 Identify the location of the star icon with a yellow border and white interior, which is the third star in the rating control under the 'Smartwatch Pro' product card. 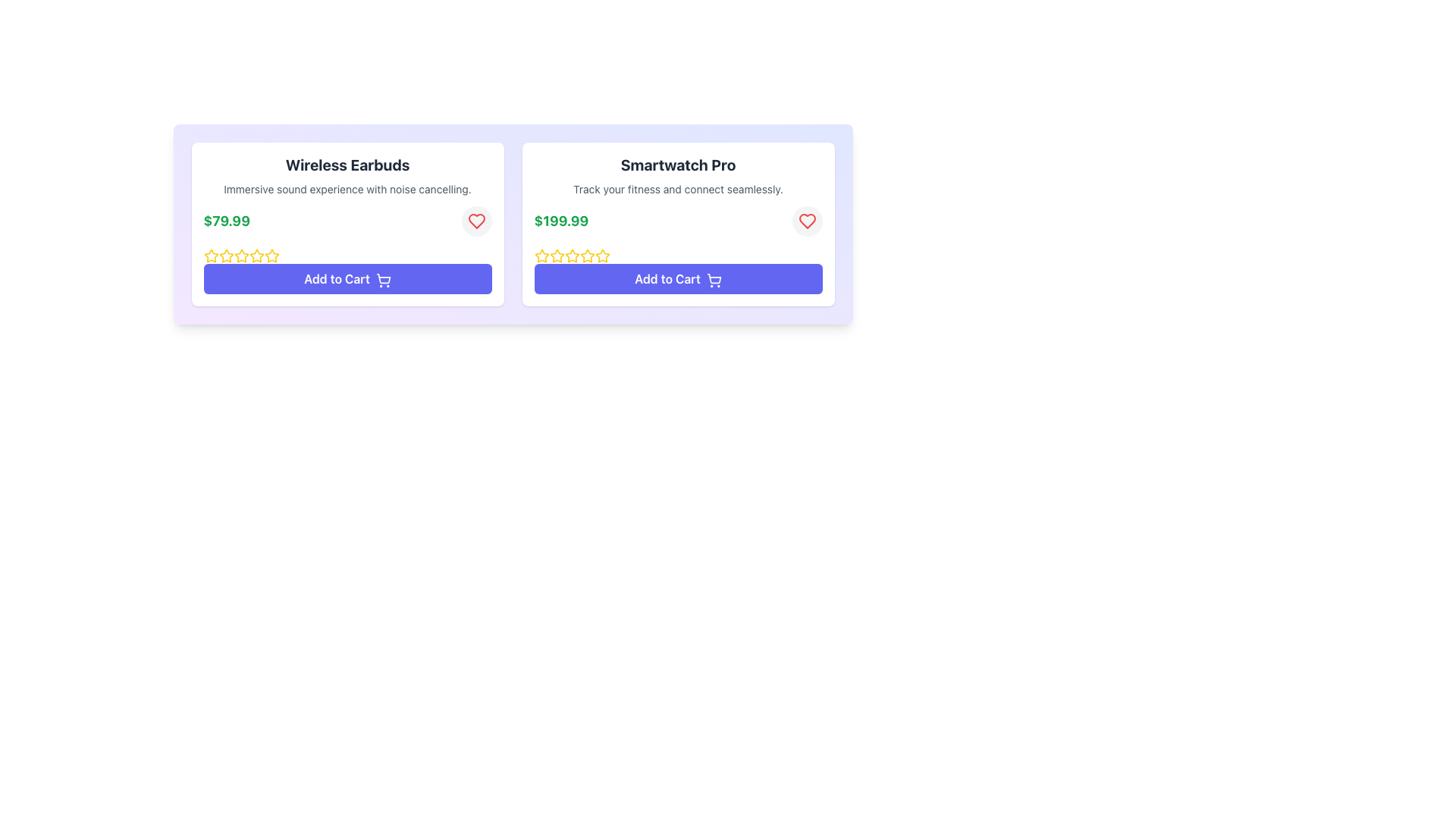
(586, 255).